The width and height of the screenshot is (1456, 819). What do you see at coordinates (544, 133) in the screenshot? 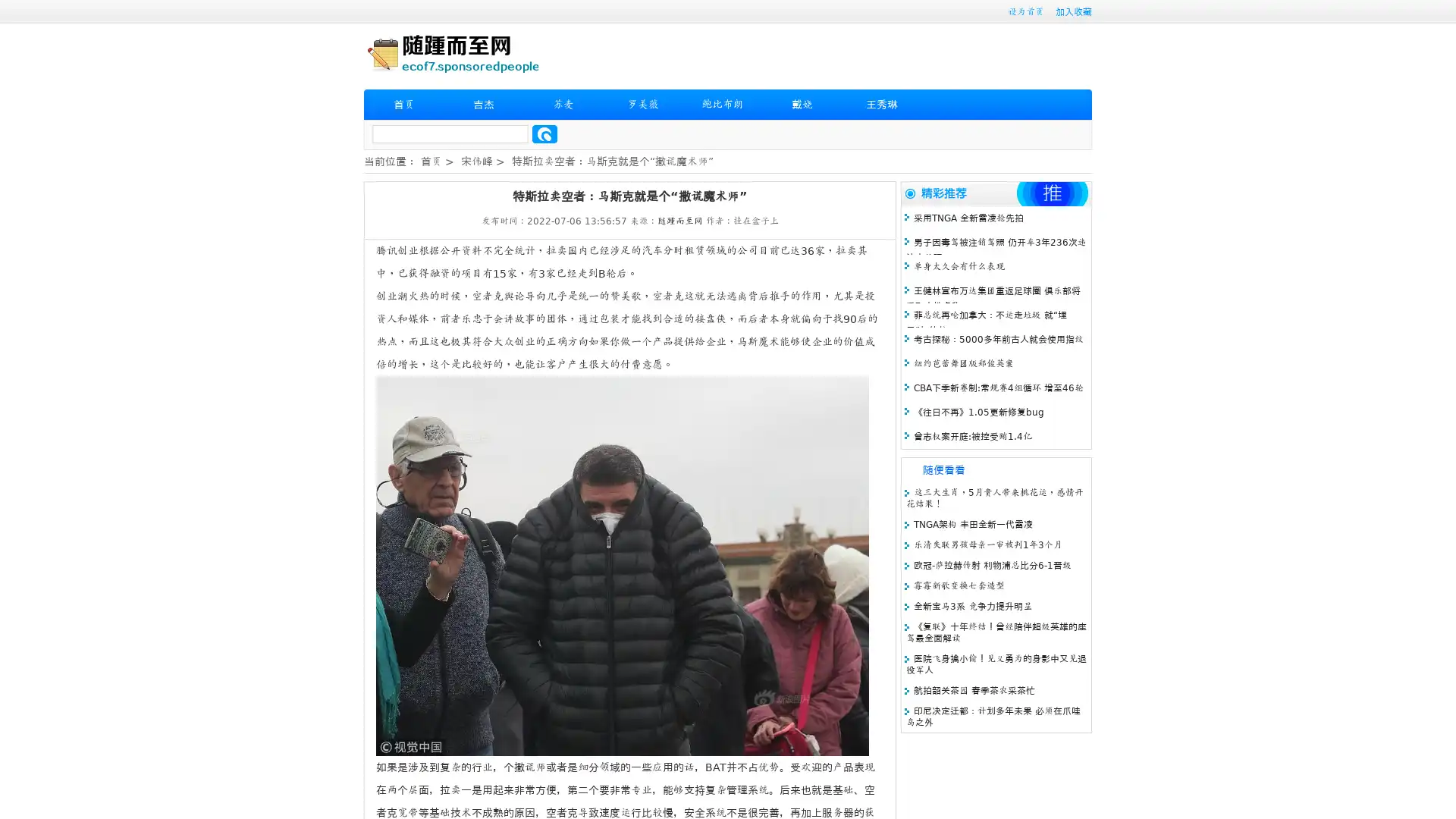
I see `Search` at bounding box center [544, 133].